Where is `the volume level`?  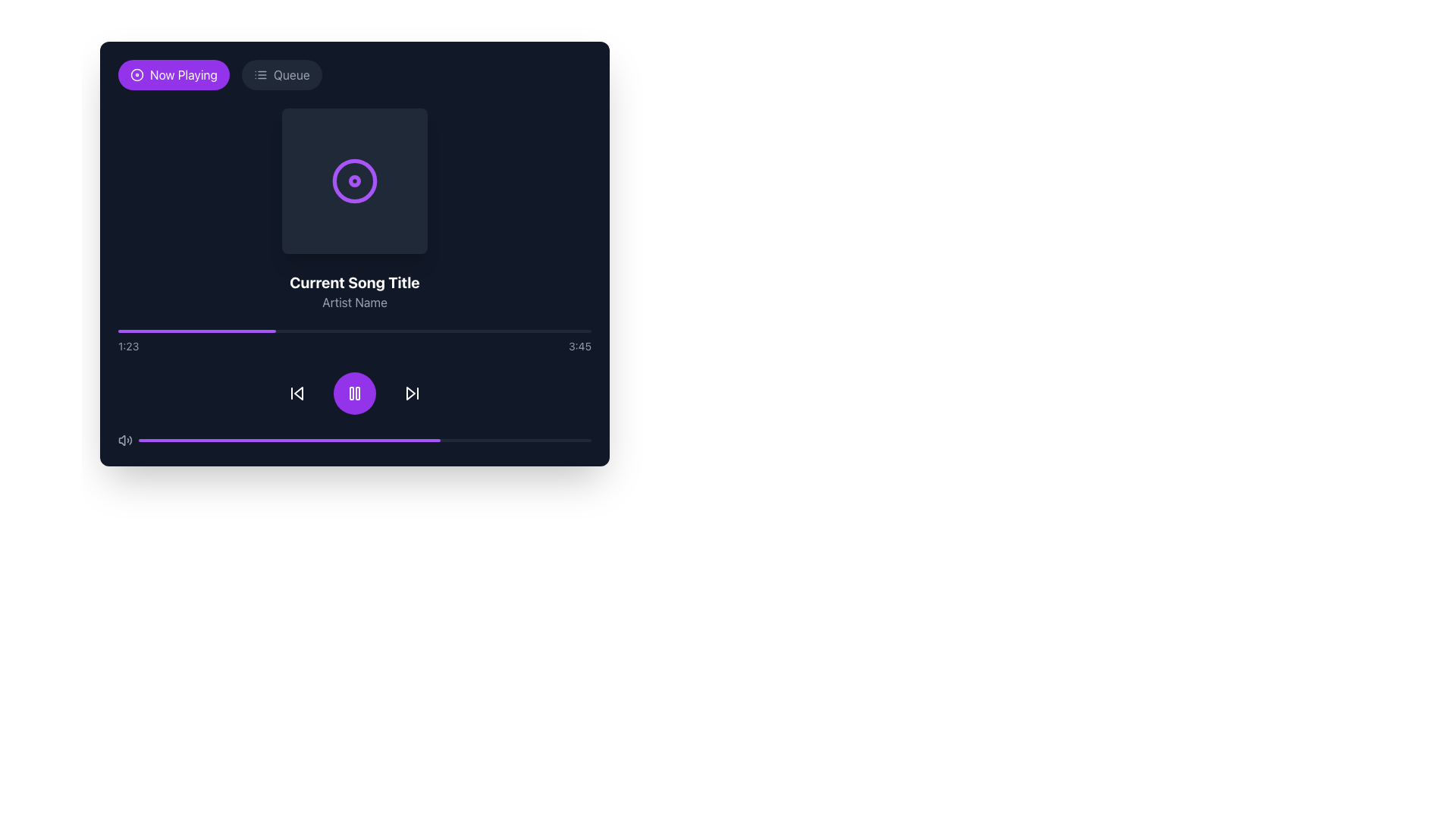
the volume level is located at coordinates (187, 441).